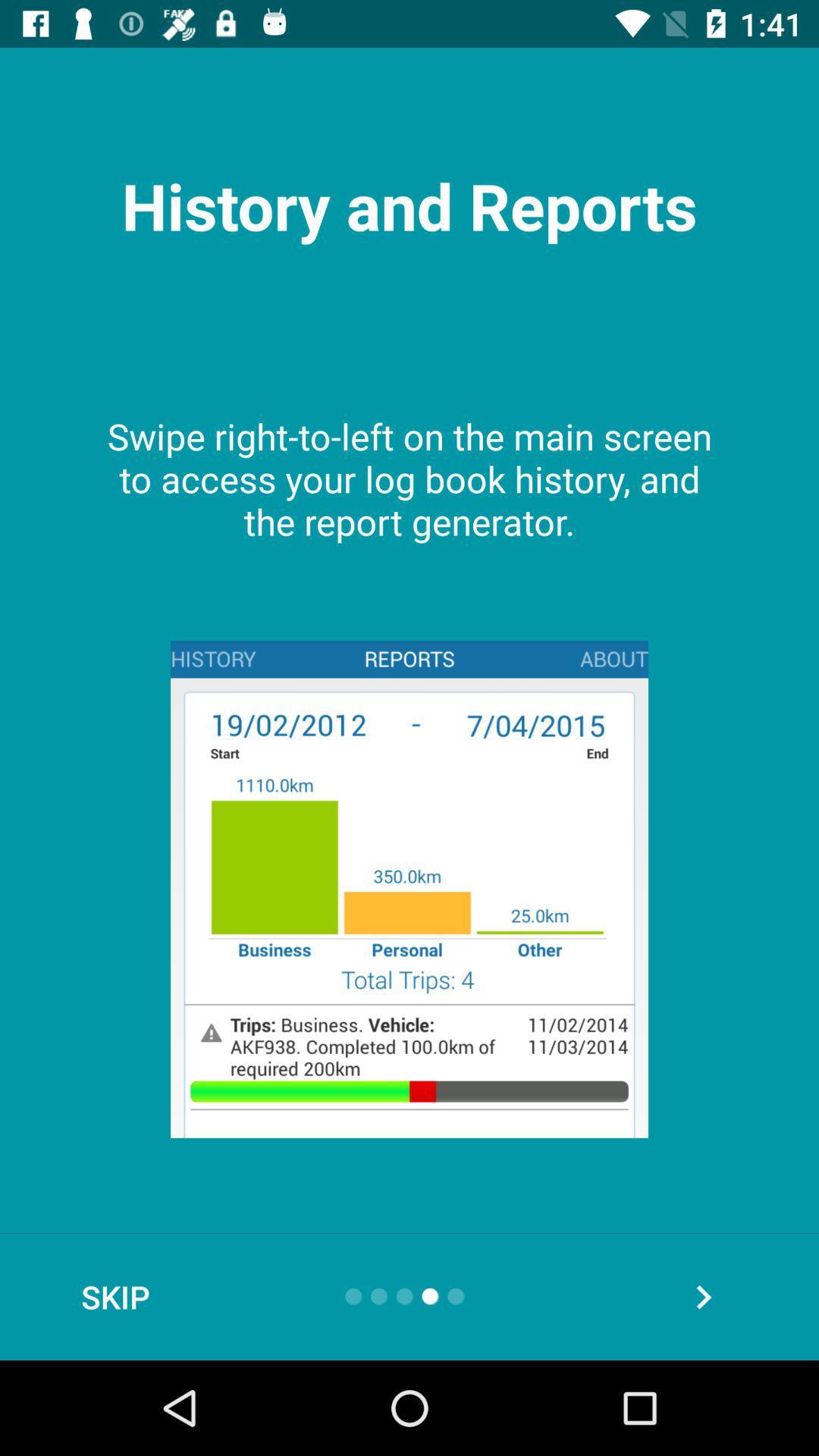  What do you see at coordinates (703, 1296) in the screenshot?
I see `icon at the bottom right corner` at bounding box center [703, 1296].